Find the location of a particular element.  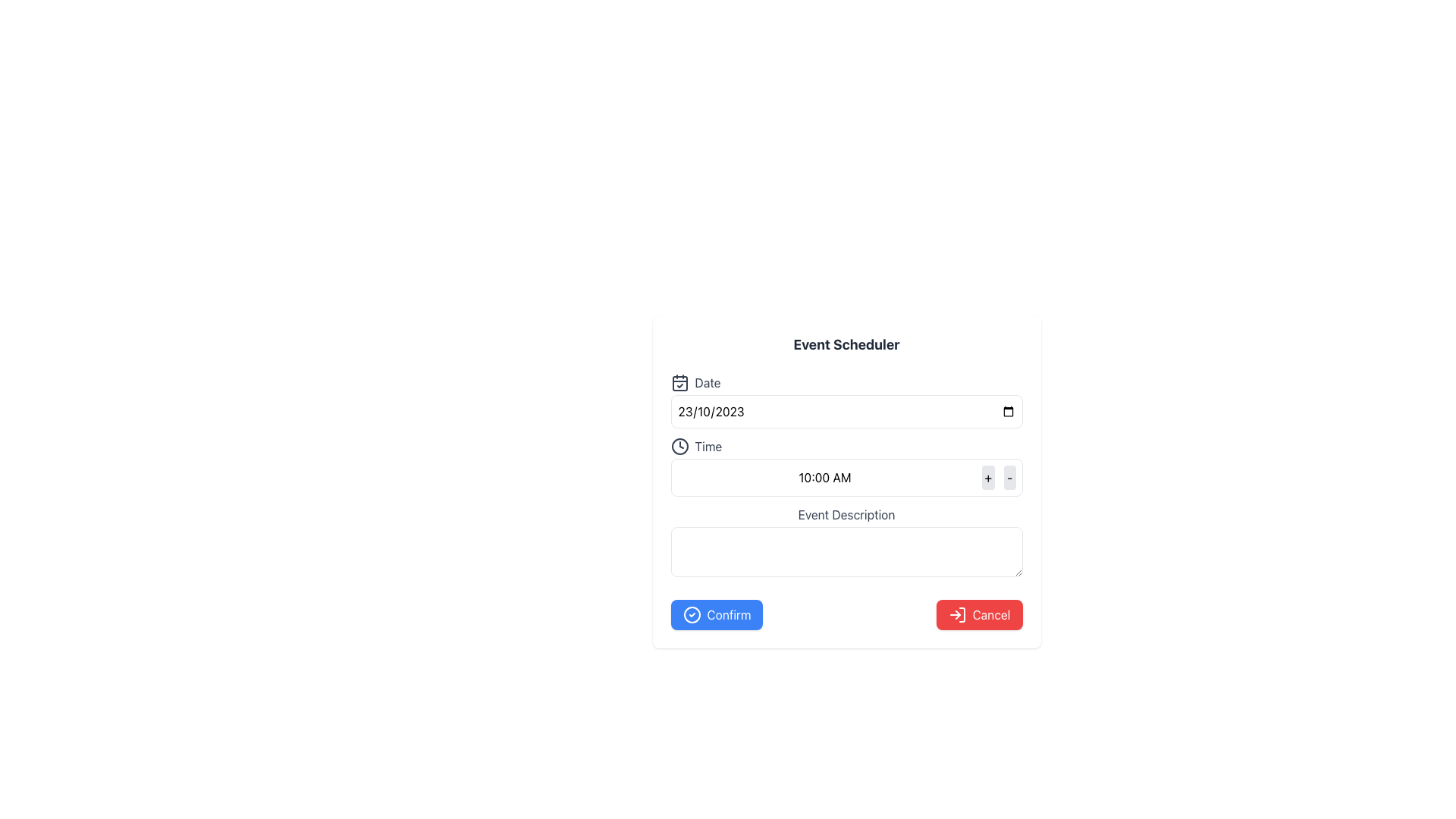

the red icon with an arrow pointing towards a door, which is located to the left of the label 'Cancel' within the red button in the bottom-right corner of the form is located at coordinates (956, 614).